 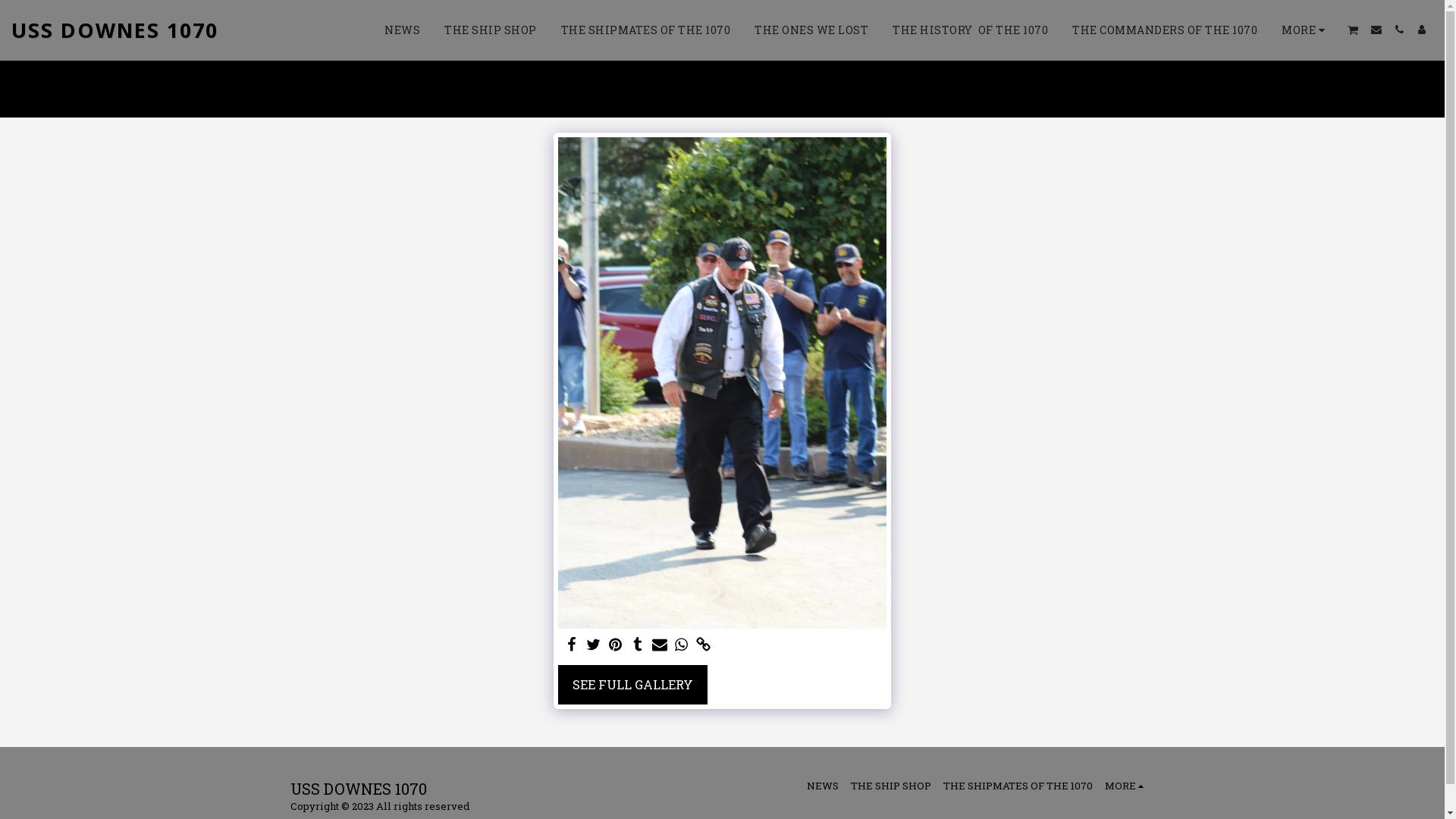 What do you see at coordinates (593, 645) in the screenshot?
I see `' '` at bounding box center [593, 645].